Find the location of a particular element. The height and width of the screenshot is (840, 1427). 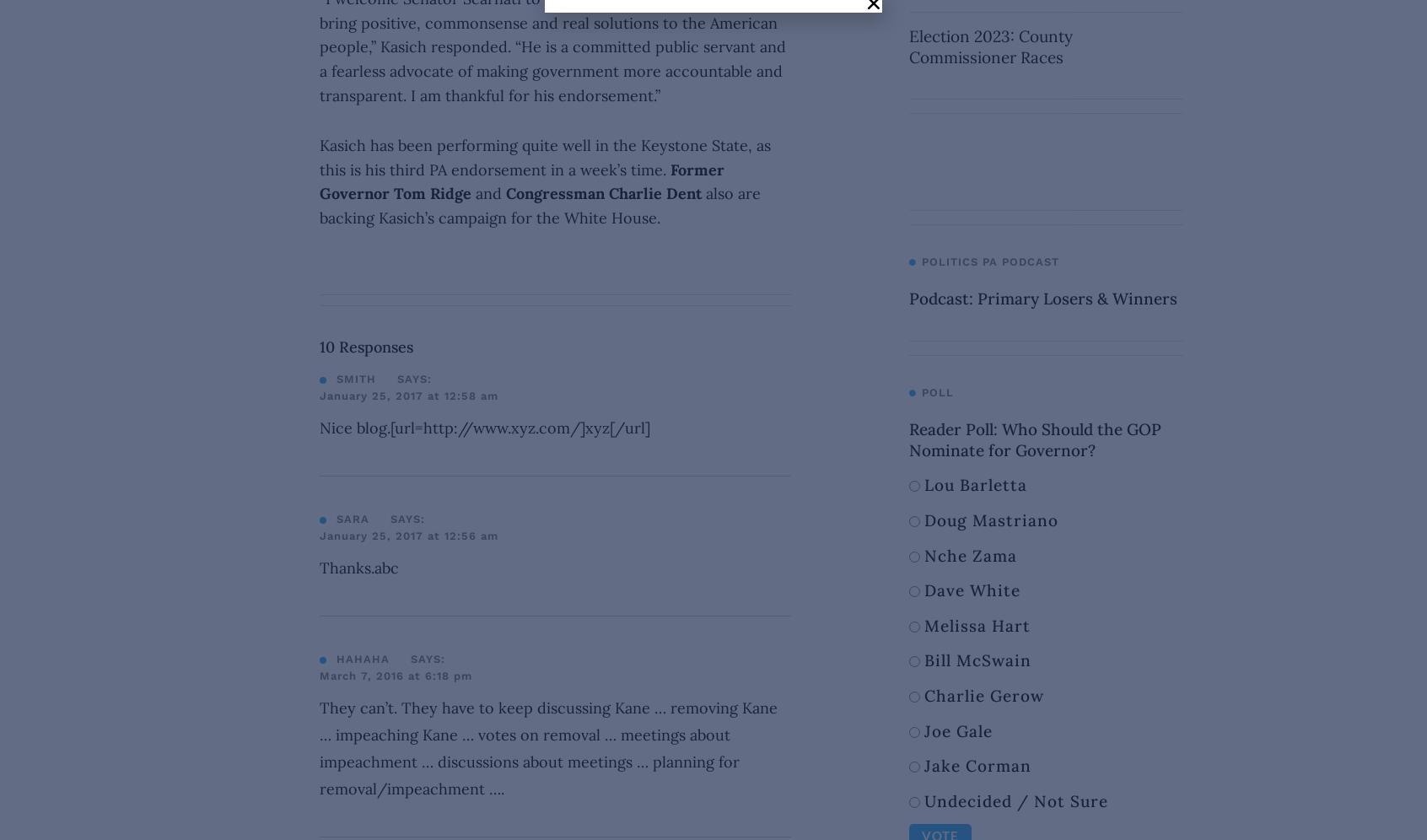

'Former Governor Tom Ridge' is located at coordinates (520, 180).